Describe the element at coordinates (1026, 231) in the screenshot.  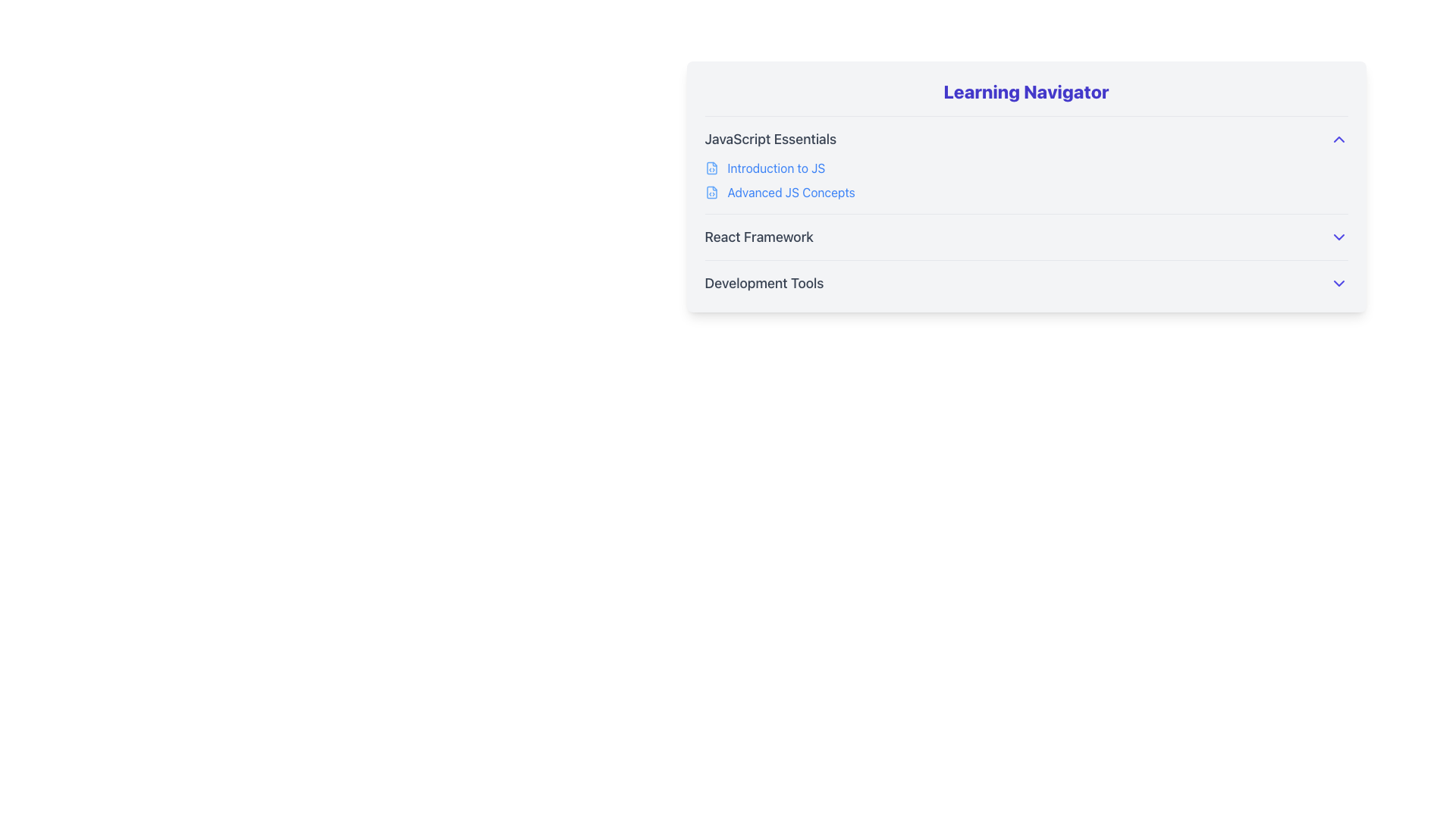
I see `the fourth entry in the 'Learning Navigator' dropdown menu, which allows users` at that location.